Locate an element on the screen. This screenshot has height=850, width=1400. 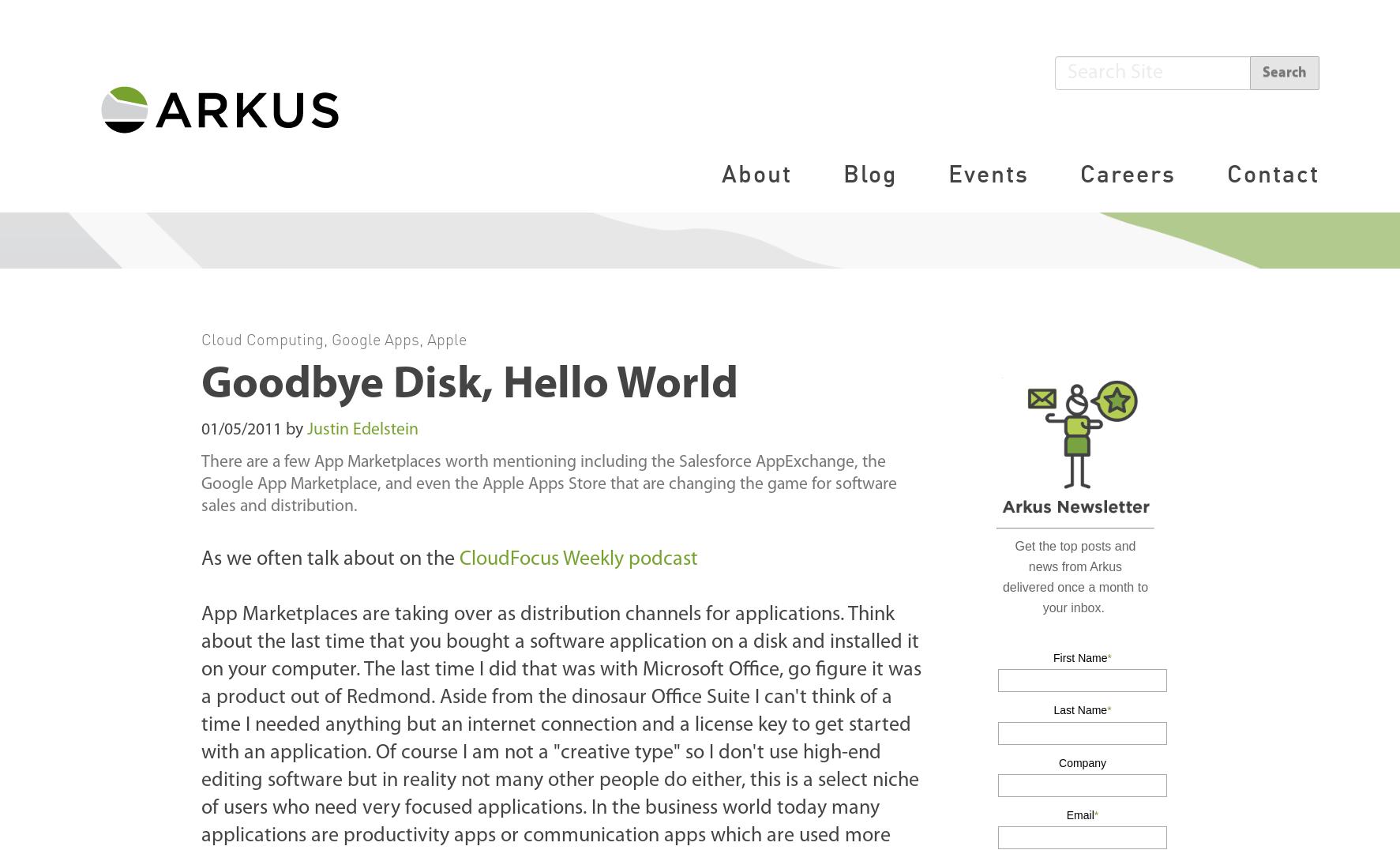
'CloudFocus Weekly podcast' is located at coordinates (578, 559).